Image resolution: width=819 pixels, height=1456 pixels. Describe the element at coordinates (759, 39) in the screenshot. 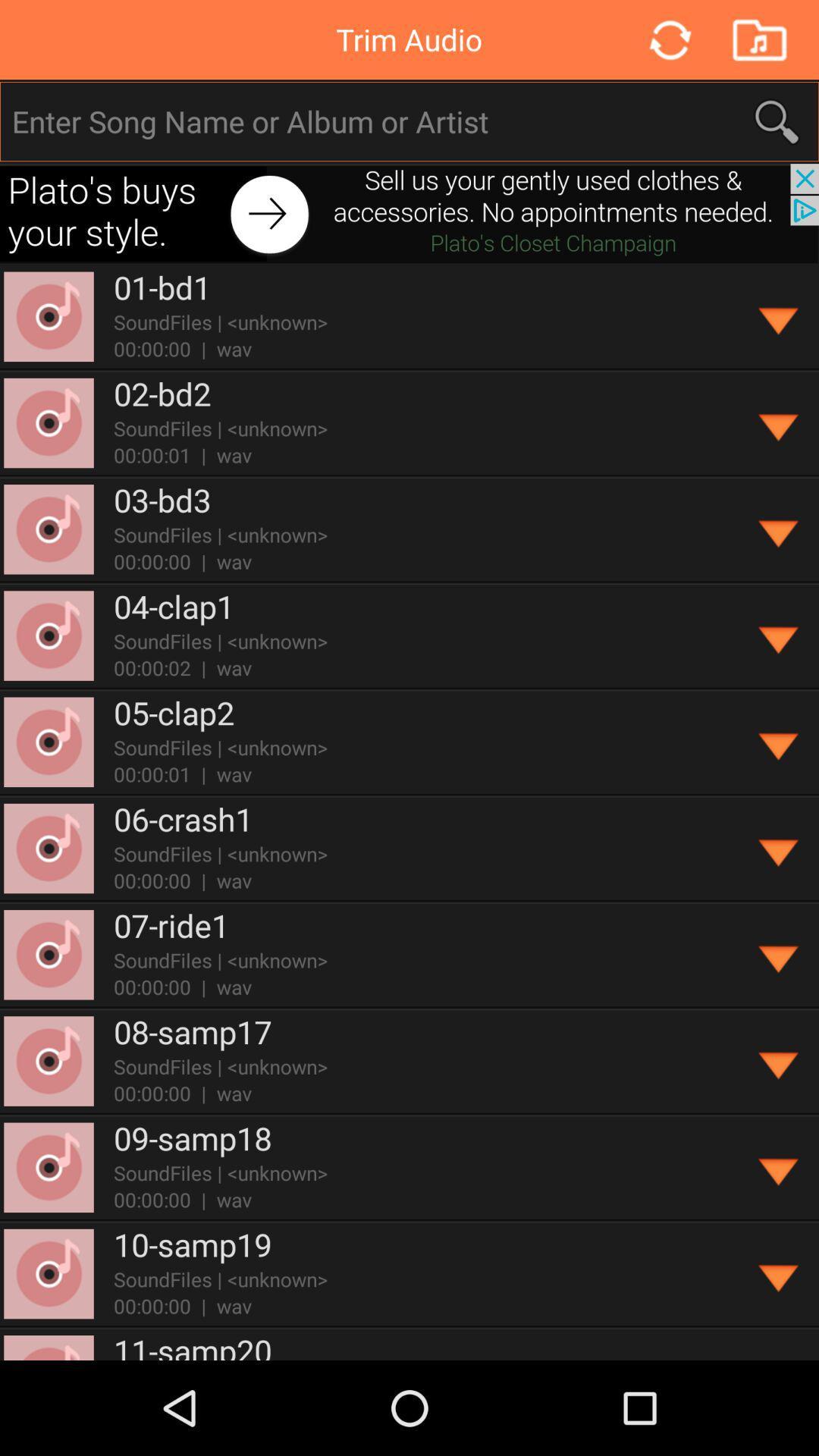

I see `the memory` at that location.